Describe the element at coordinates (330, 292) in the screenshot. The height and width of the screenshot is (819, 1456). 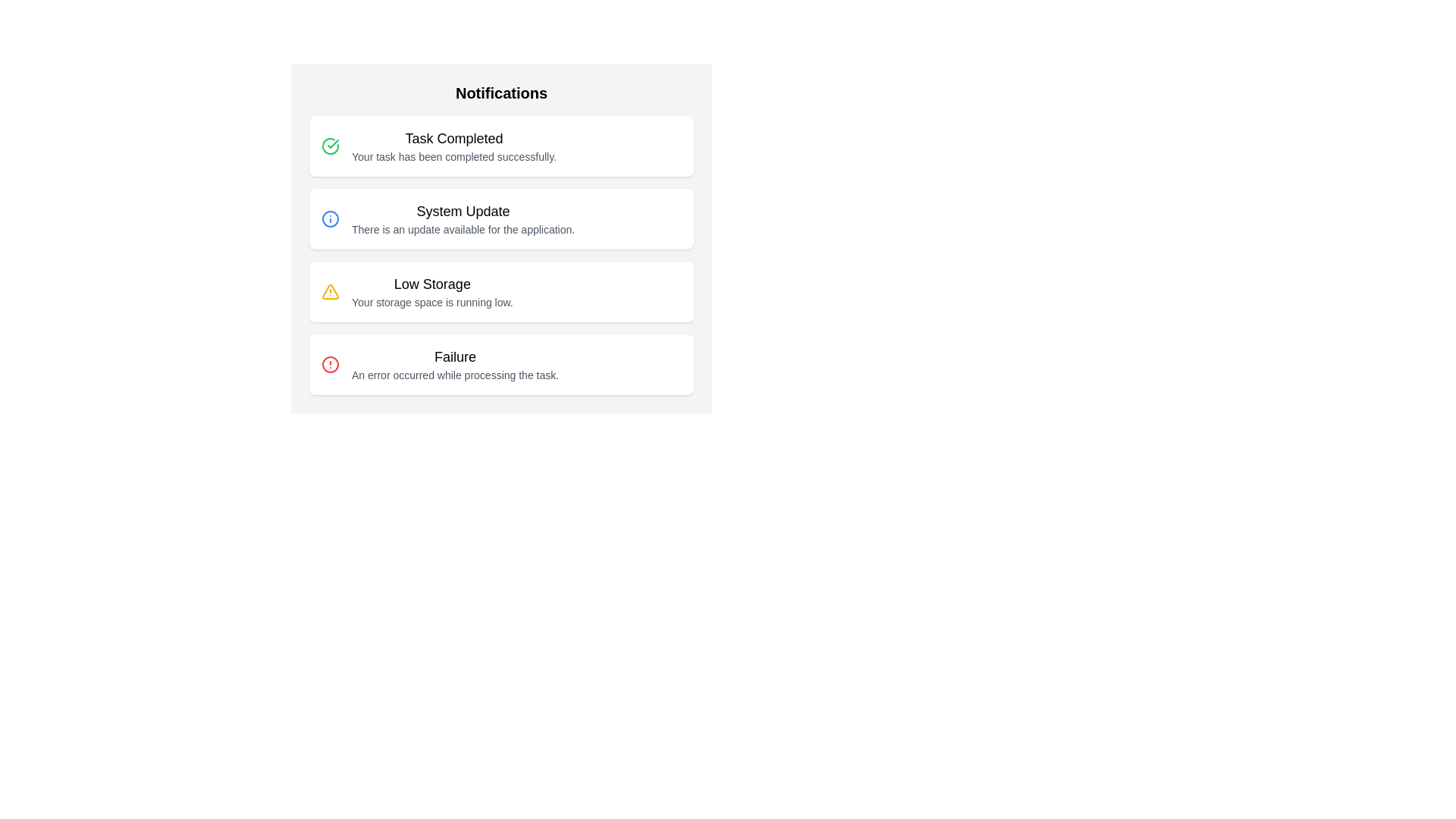
I see `the triangular warning icon with a yellow border and centered exclamation mark, located to the left of the 'Low Storage' title in the notification card` at that location.